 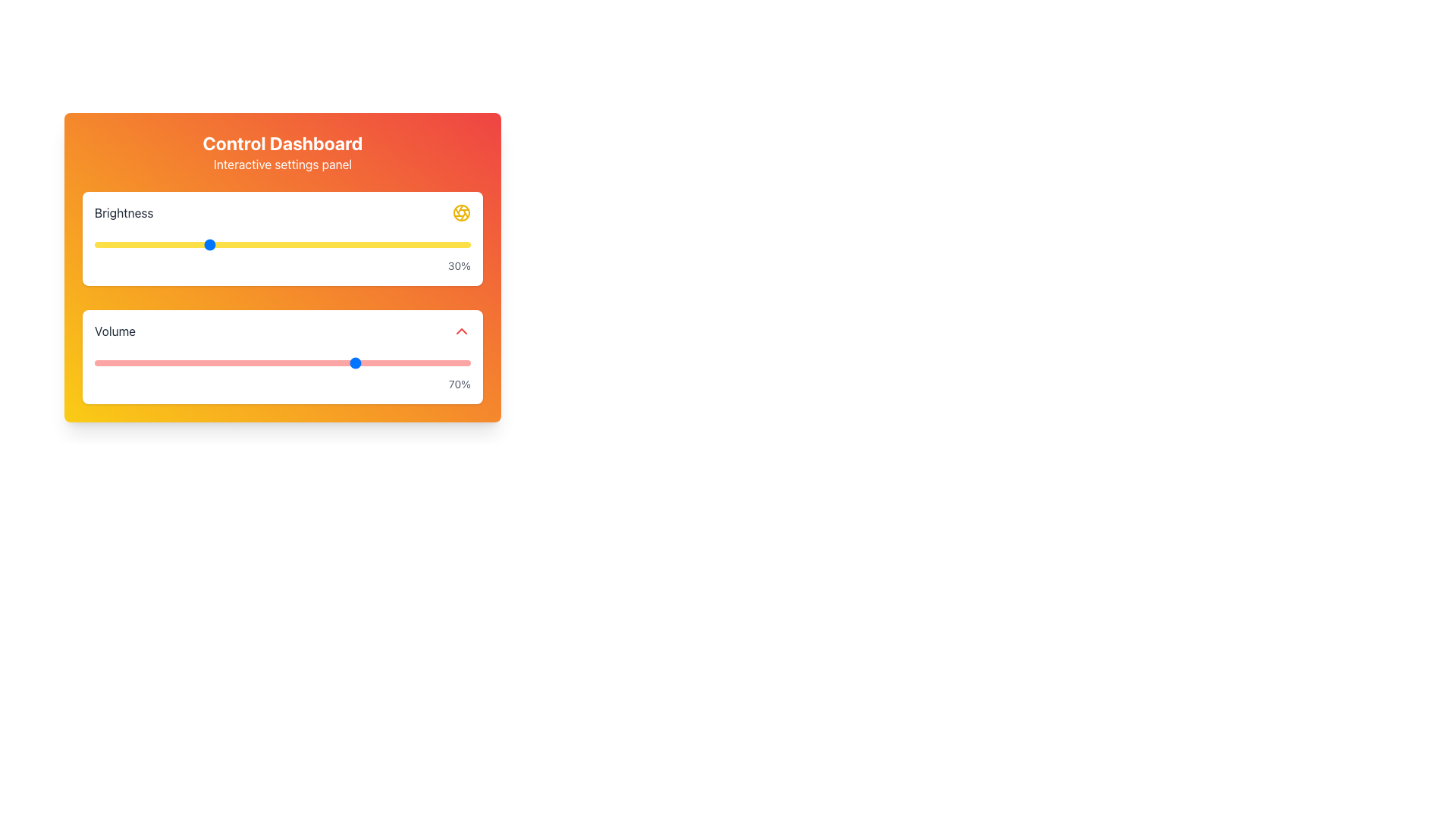 I want to click on the volume, so click(x=395, y=362).